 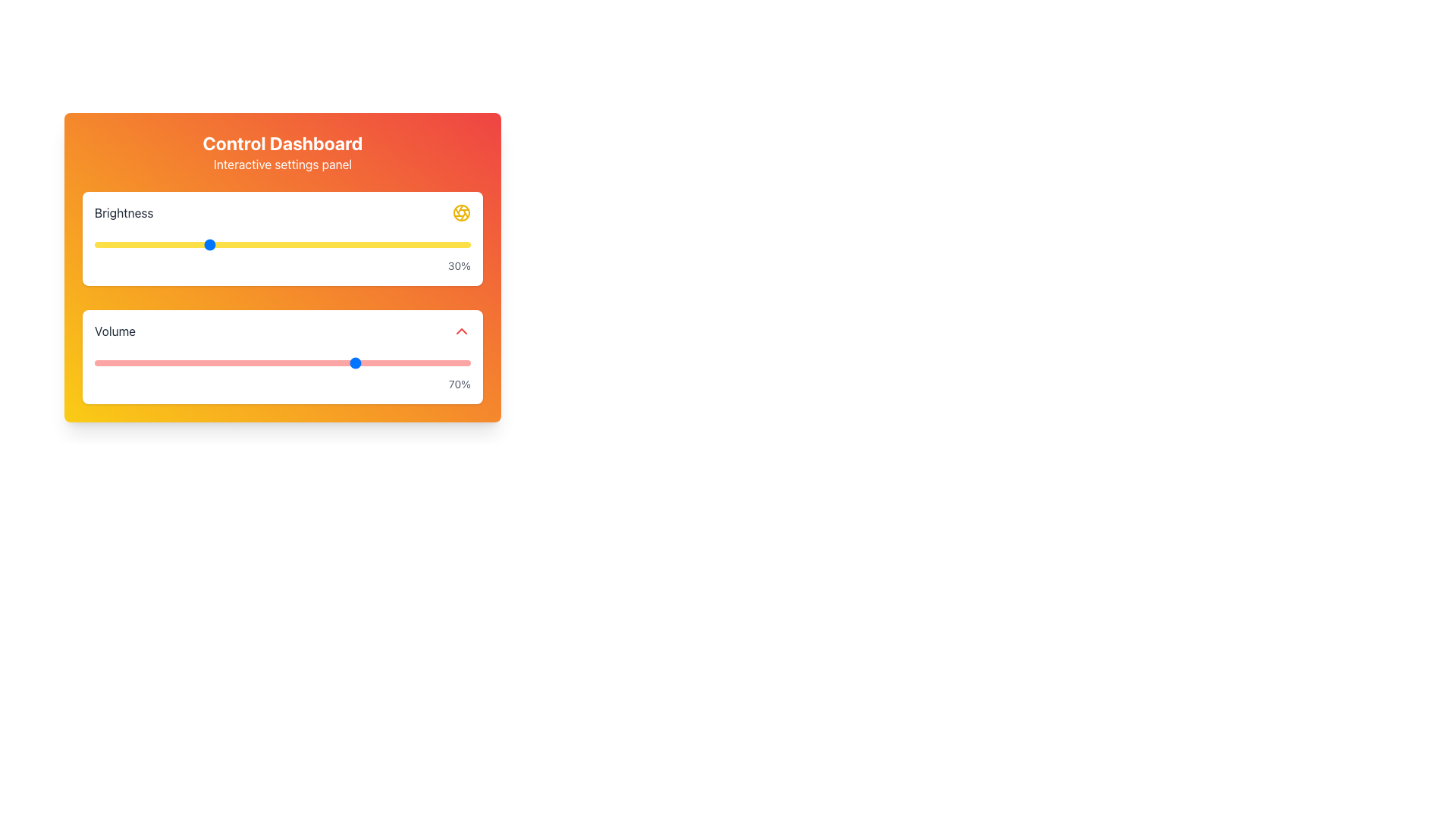 I want to click on the volume, so click(x=395, y=362).